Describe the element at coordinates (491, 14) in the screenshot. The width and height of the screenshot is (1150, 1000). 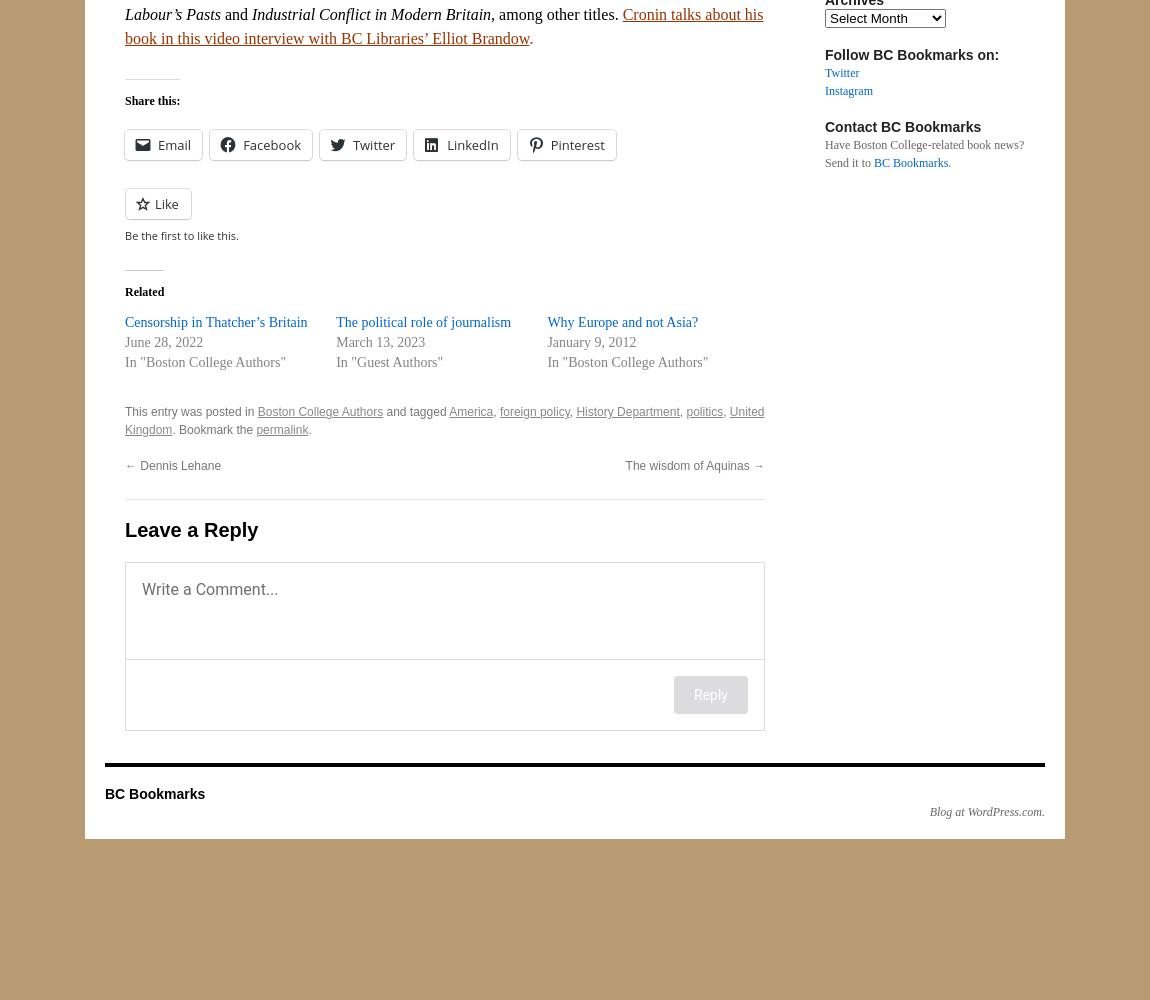
I see `', among other titles.'` at that location.